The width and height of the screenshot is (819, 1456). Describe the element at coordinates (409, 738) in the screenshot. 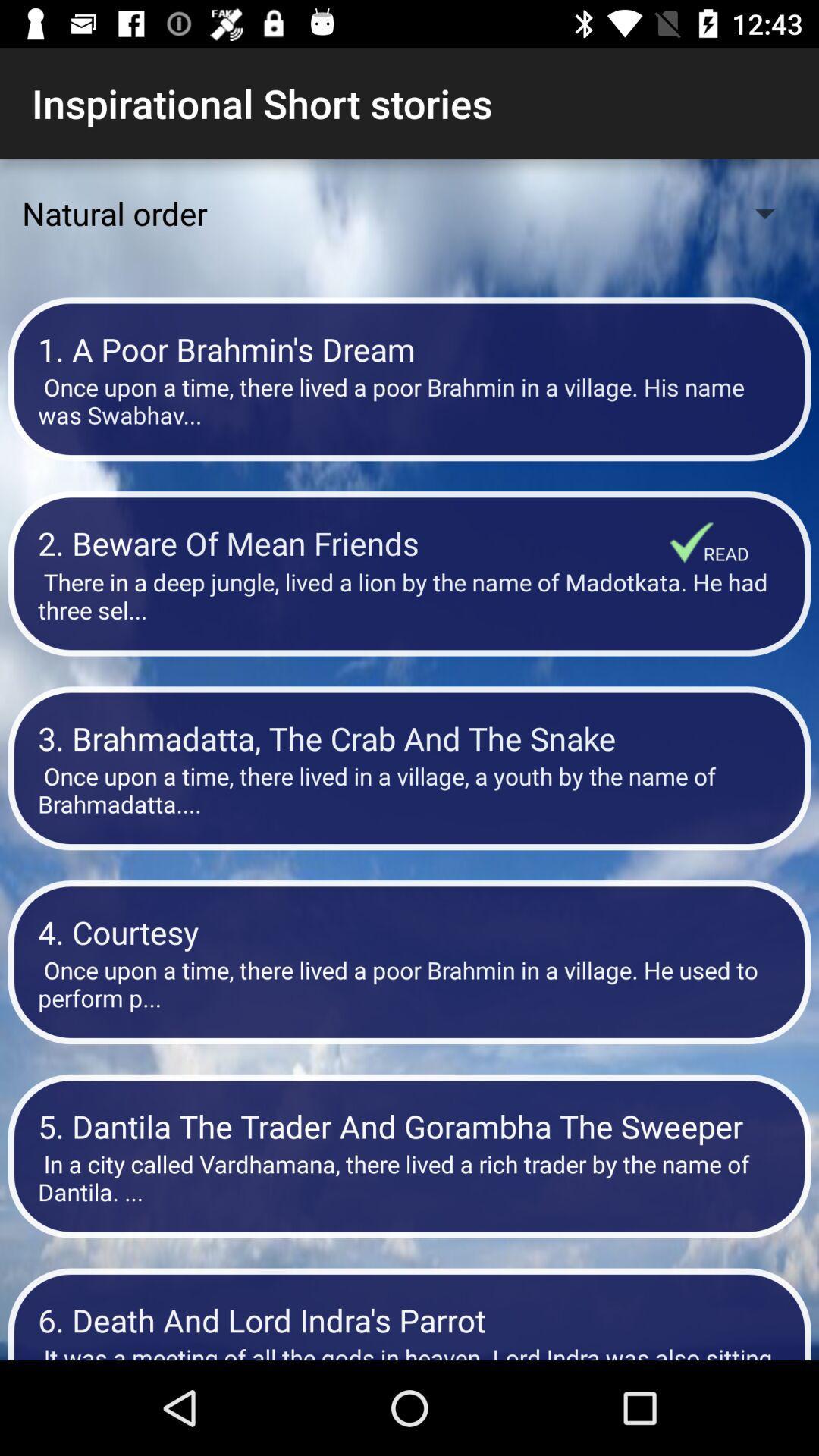

I see `item above once upon a item` at that location.